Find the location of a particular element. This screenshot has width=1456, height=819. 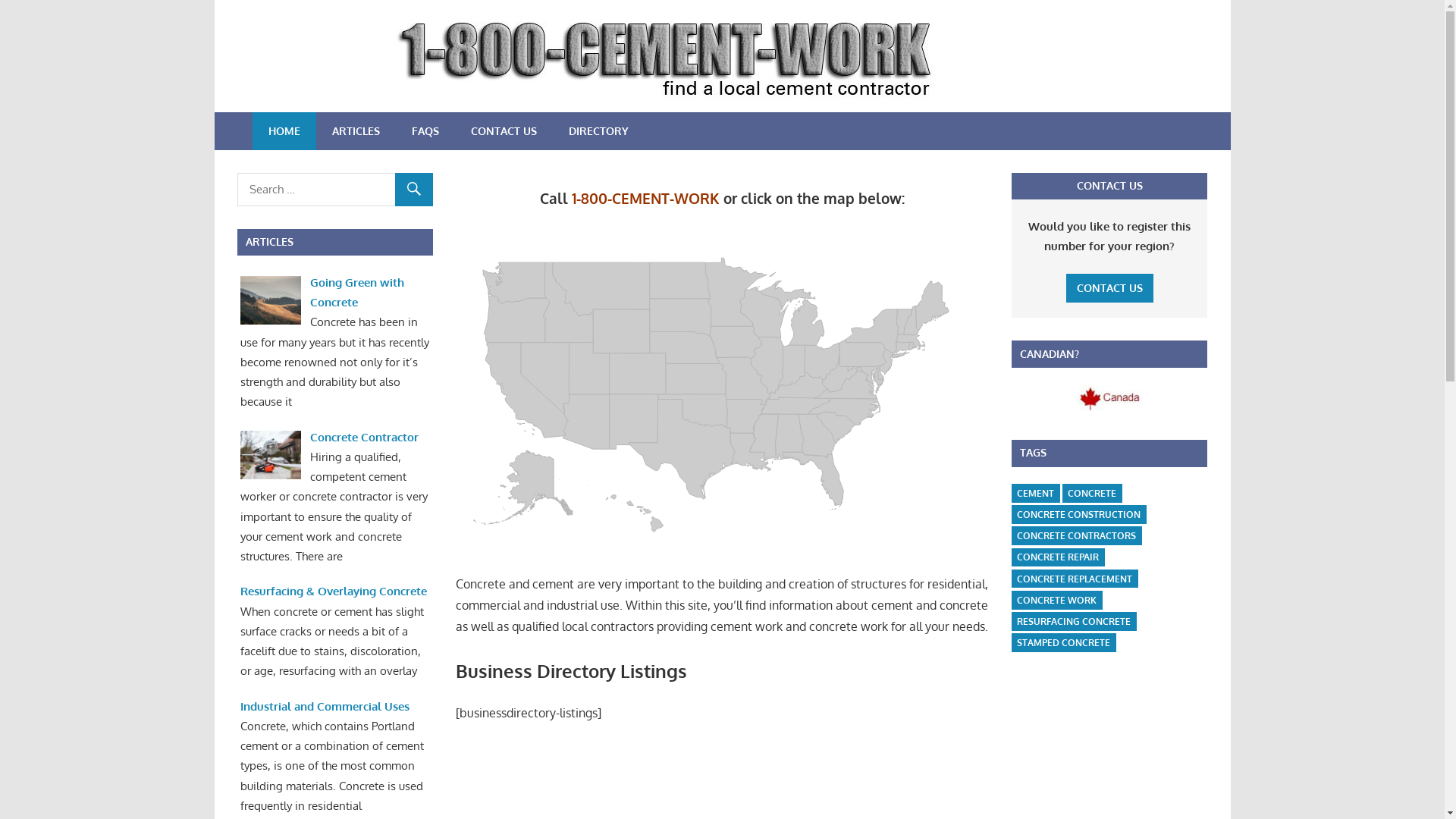

'CONCRETE WORK' is located at coordinates (1056, 599).